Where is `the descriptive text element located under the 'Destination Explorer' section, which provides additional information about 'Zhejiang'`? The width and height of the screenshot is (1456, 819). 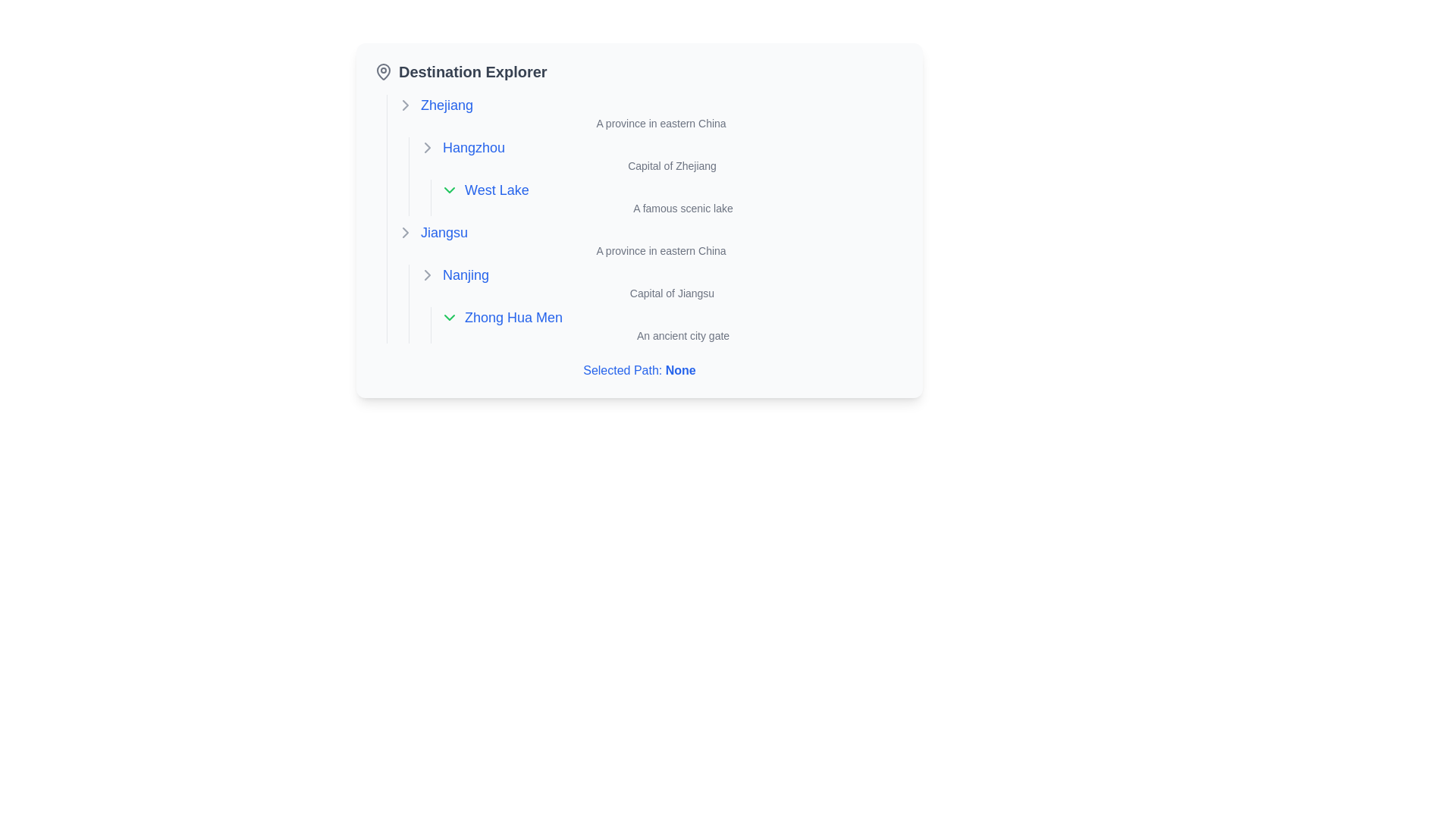
the descriptive text element located under the 'Destination Explorer' section, which provides additional information about 'Zhejiang' is located at coordinates (651, 122).